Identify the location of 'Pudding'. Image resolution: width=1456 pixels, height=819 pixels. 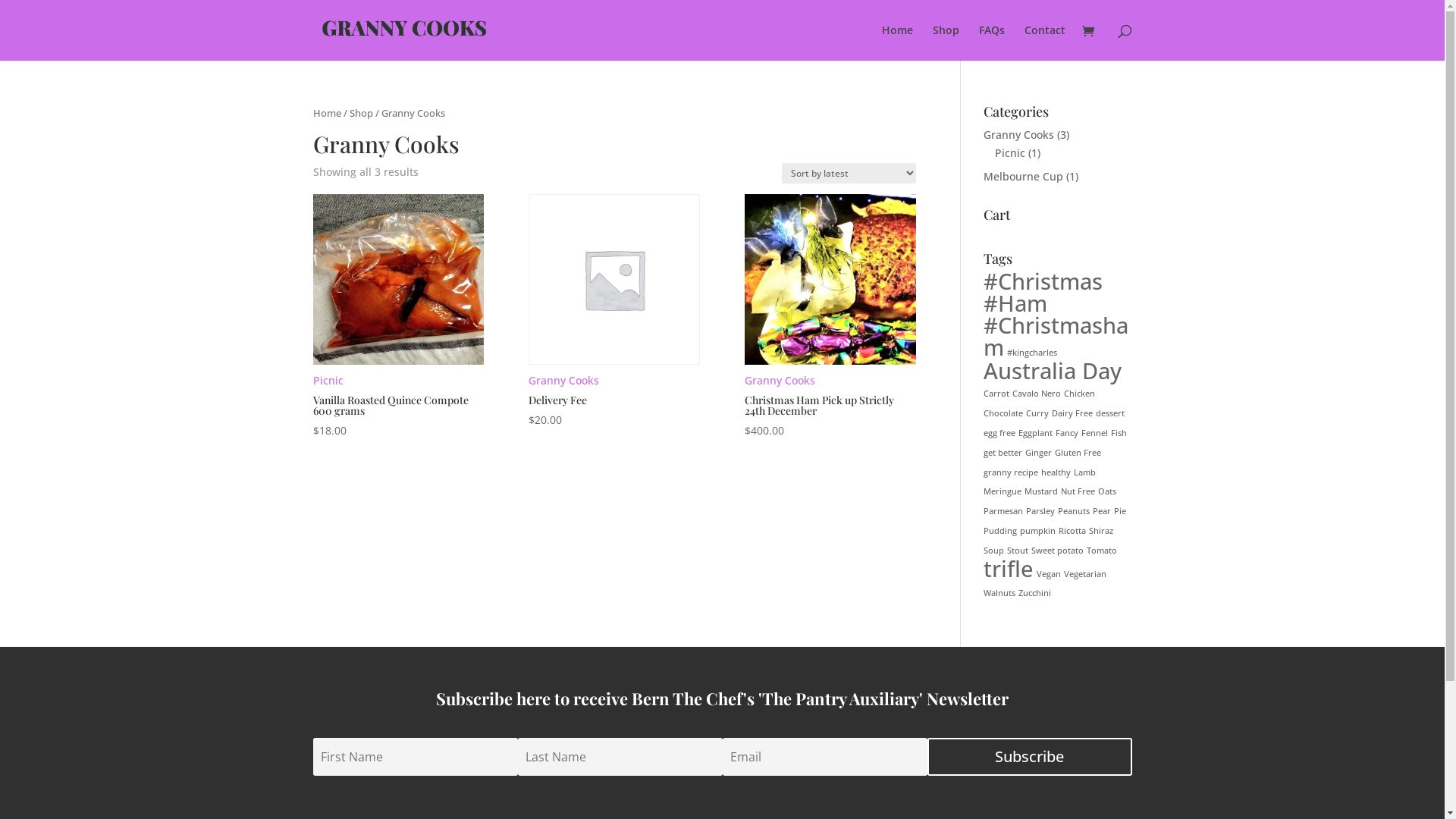
(1000, 529).